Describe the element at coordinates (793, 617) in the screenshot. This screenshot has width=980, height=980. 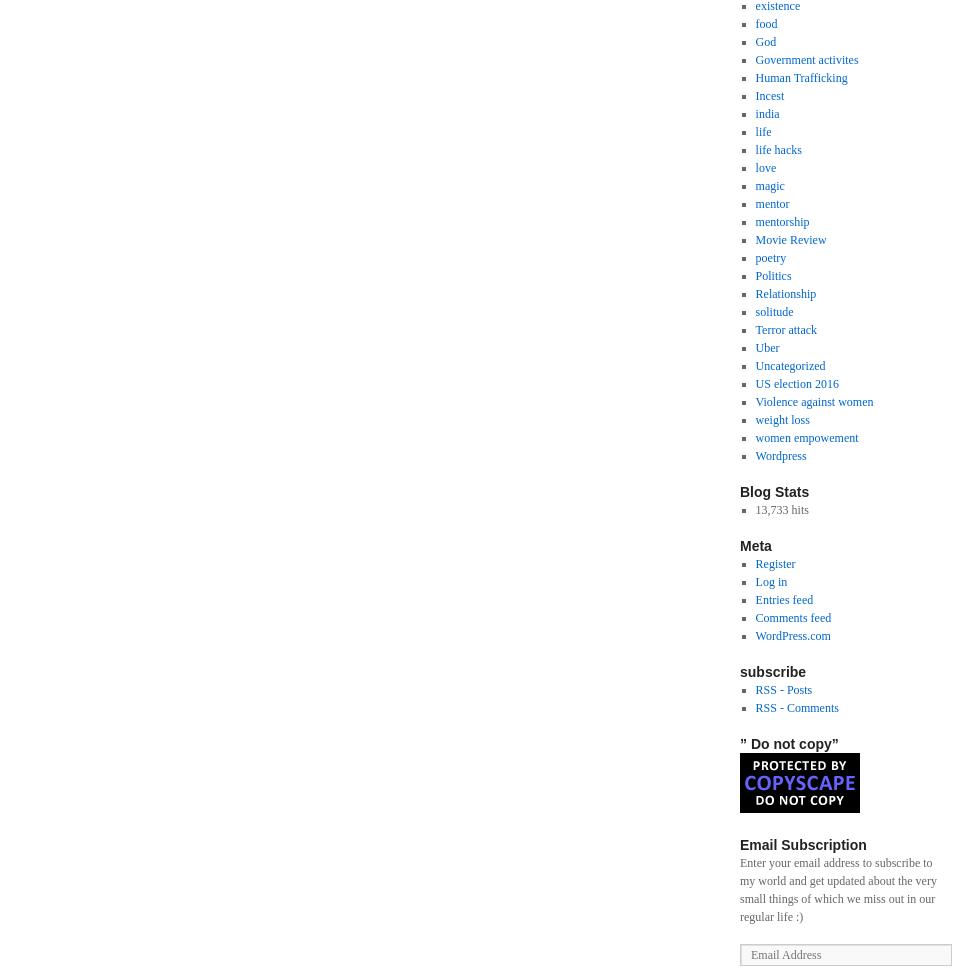
I see `'Comments feed'` at that location.